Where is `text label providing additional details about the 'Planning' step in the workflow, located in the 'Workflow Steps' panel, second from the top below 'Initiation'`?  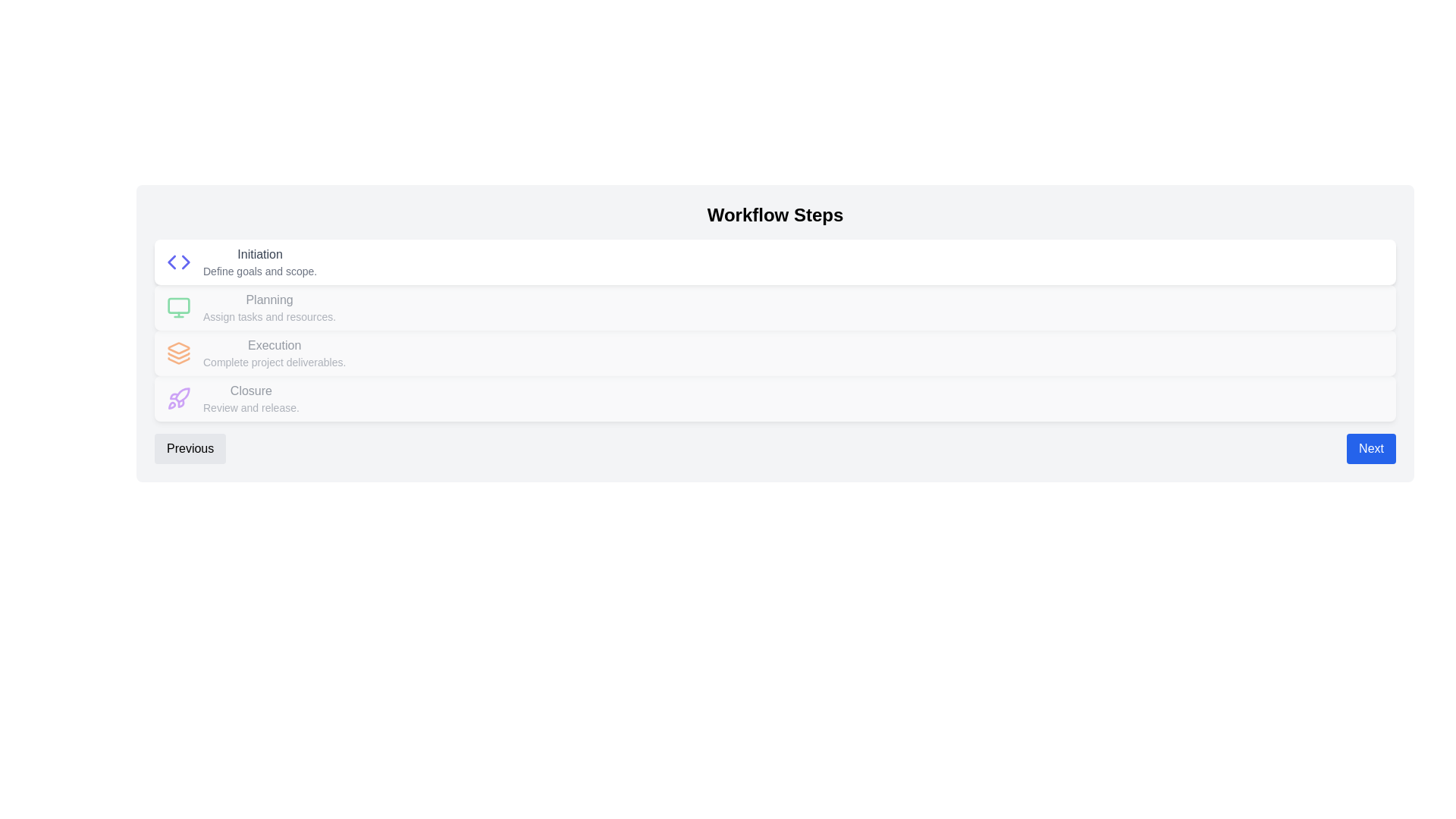
text label providing additional details about the 'Planning' step in the workflow, located in the 'Workflow Steps' panel, second from the top below 'Initiation' is located at coordinates (269, 315).